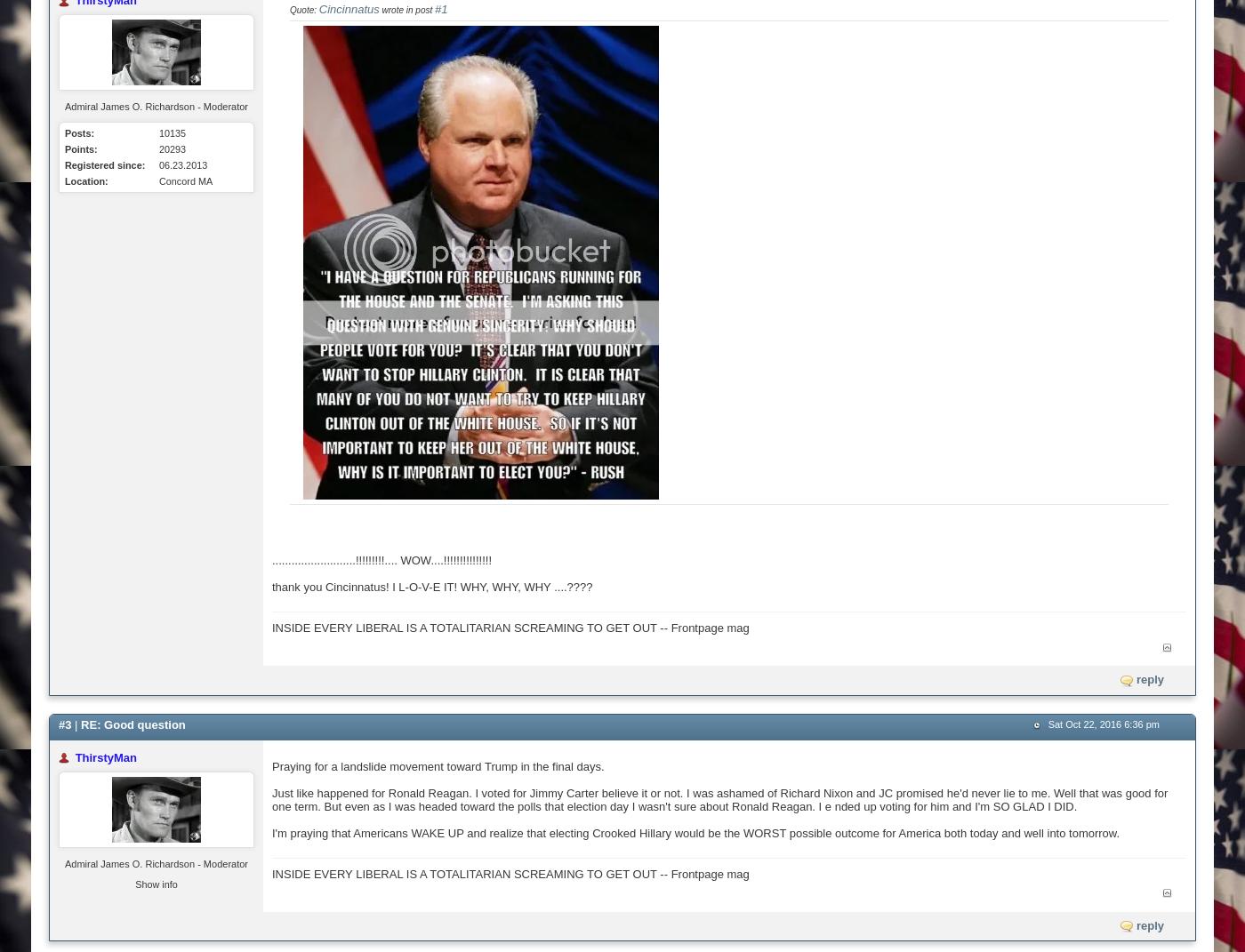  What do you see at coordinates (64, 164) in the screenshot?
I see `'Registered since:'` at bounding box center [64, 164].